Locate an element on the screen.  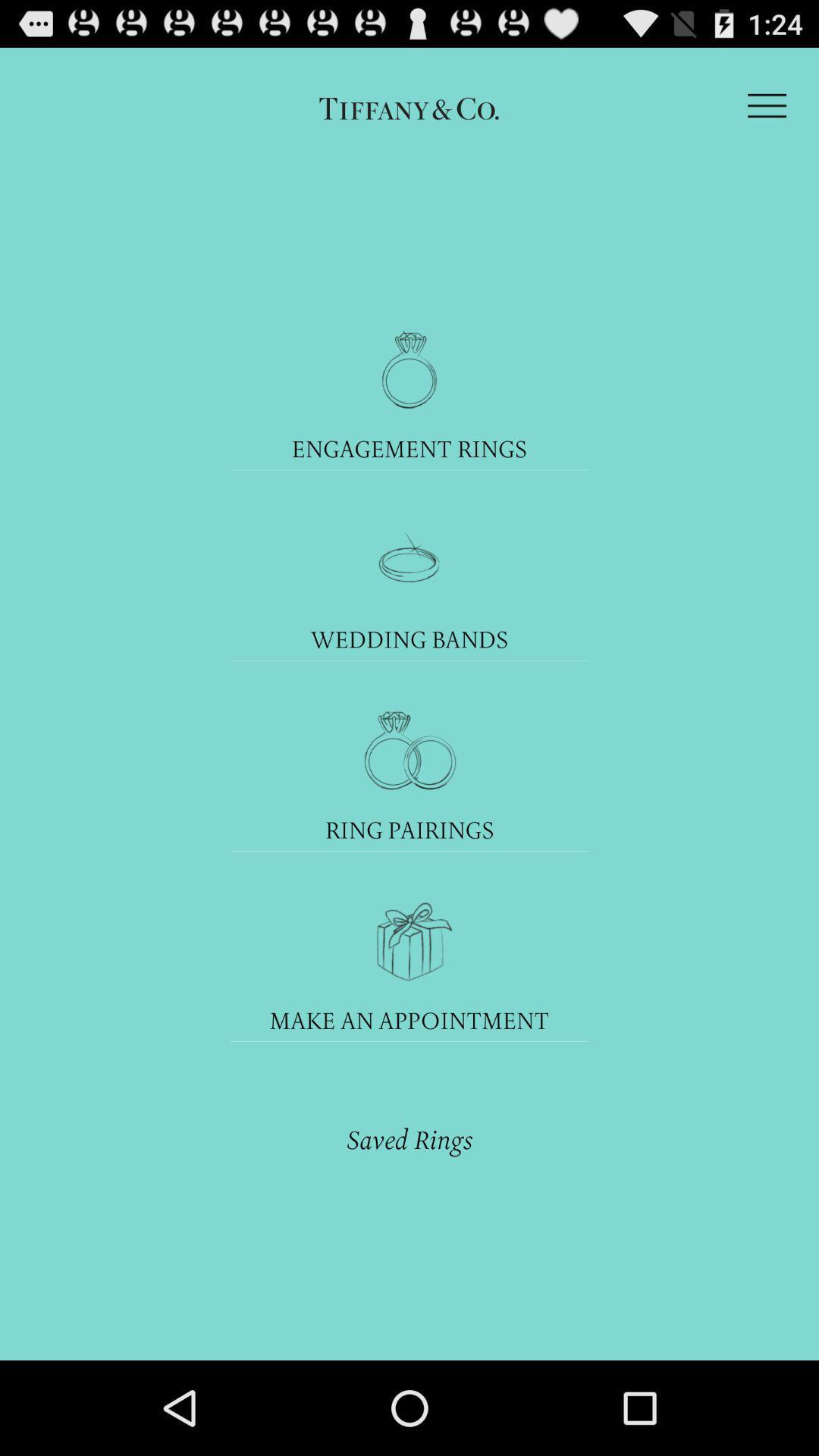
item above the ring pairings is located at coordinates (409, 750).